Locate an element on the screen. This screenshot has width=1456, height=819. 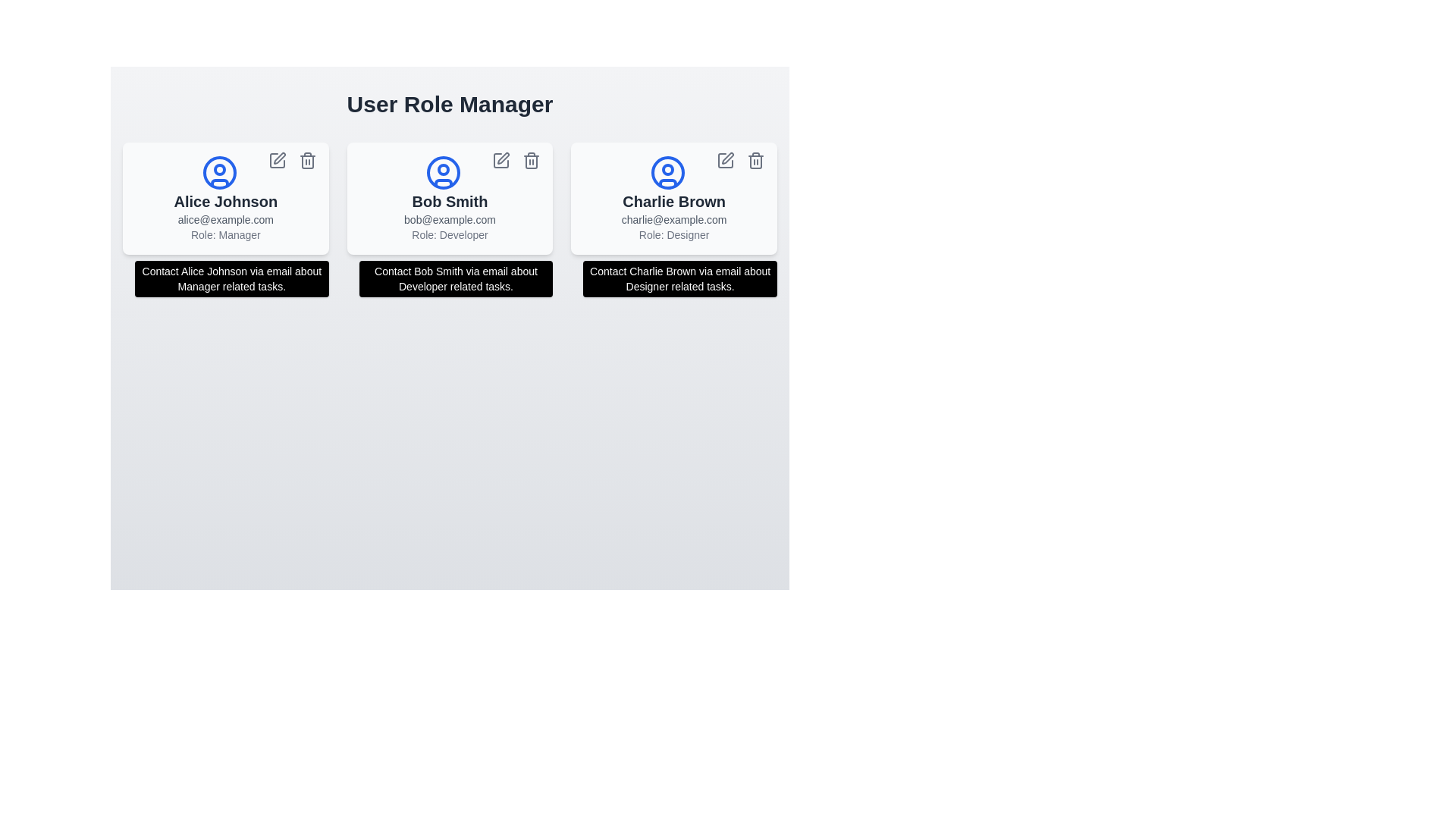
the delete button (trash icon) located in the top-right corner of the 'Alice Johnson' card is located at coordinates (306, 161).